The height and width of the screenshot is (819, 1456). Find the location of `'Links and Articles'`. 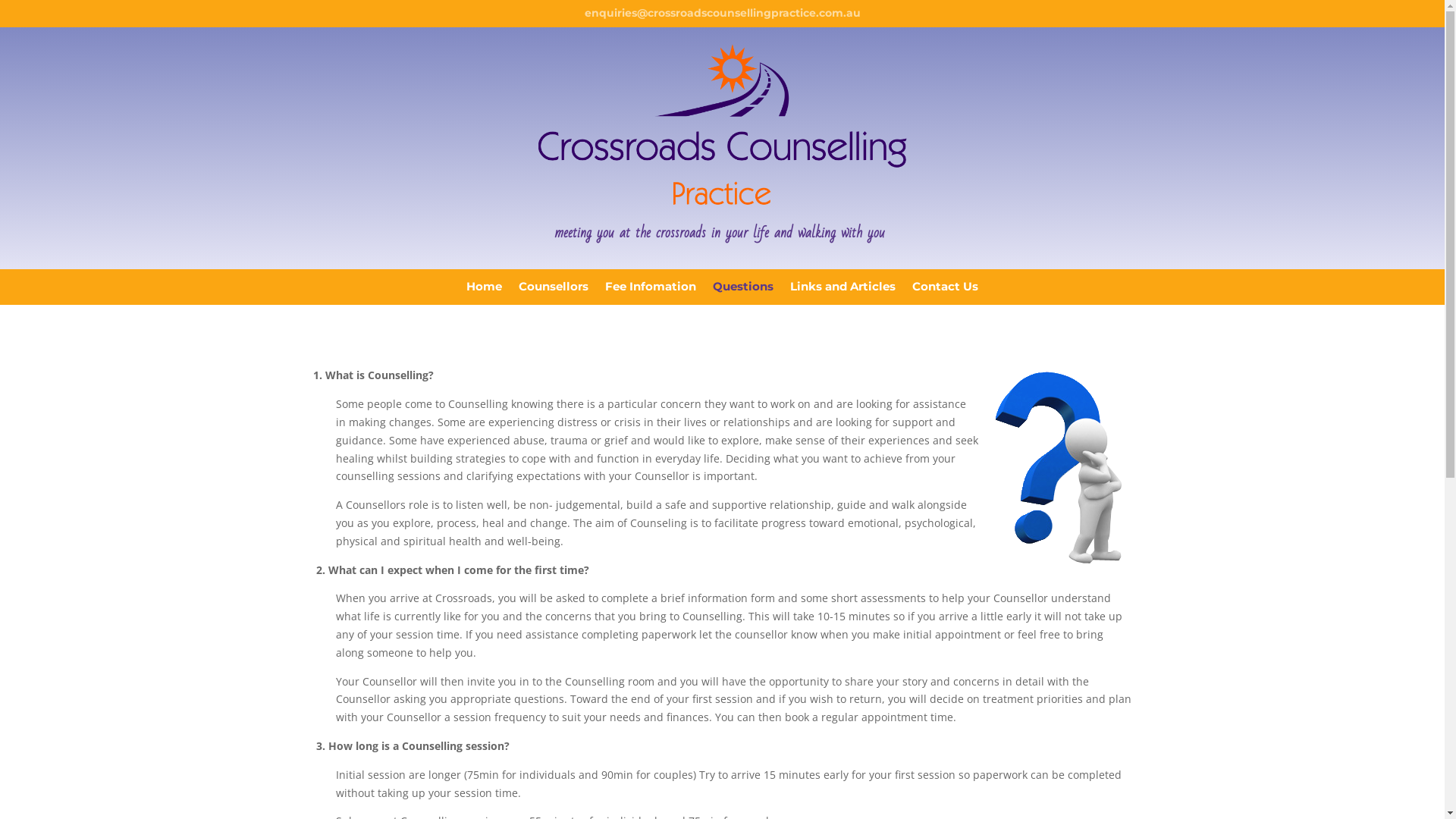

'Links and Articles' is located at coordinates (789, 289).